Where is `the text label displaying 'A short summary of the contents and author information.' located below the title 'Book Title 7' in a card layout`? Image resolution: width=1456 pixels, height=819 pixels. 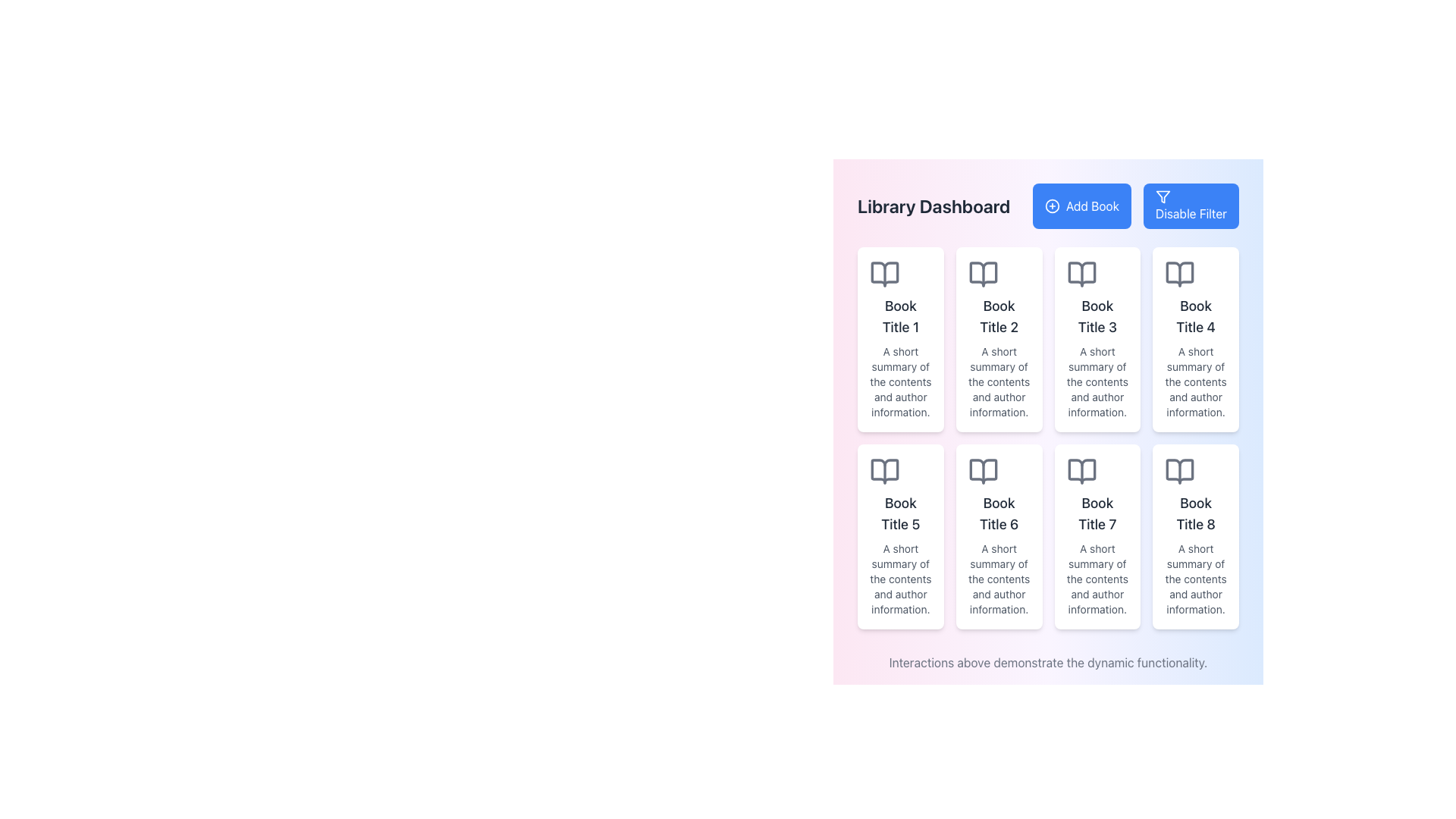 the text label displaying 'A short summary of the contents and author information.' located below the title 'Book Title 7' in a card layout is located at coordinates (1097, 579).